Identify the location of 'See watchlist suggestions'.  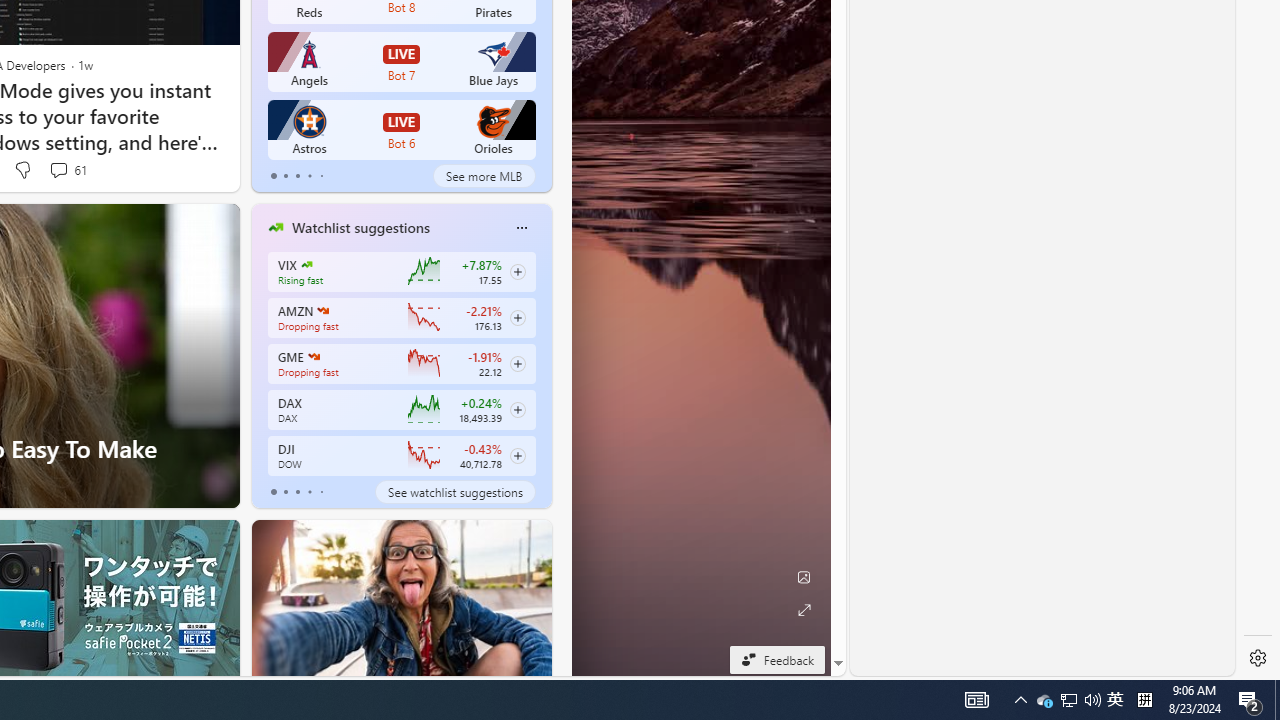
(454, 492).